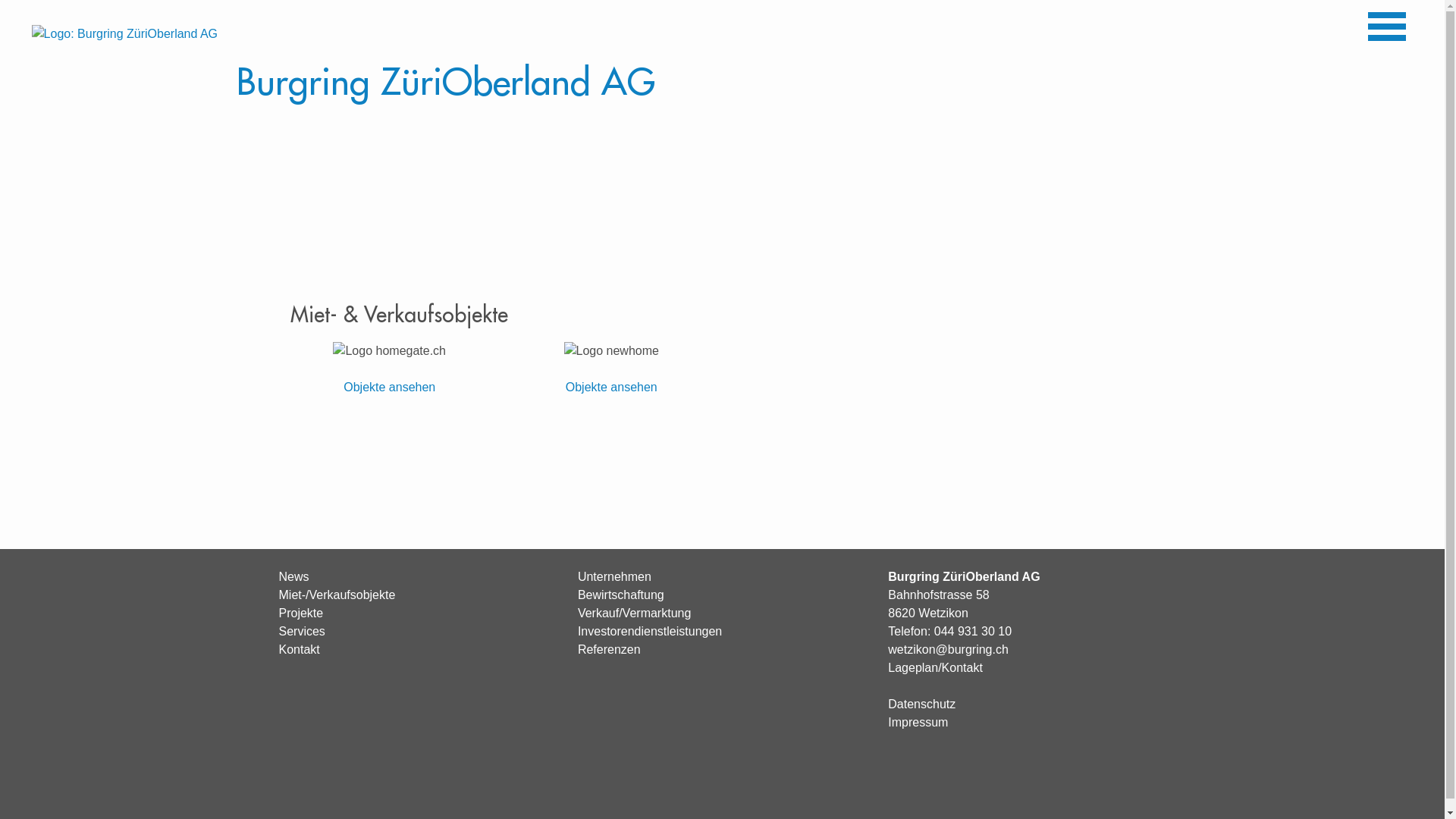 Image resolution: width=1456 pixels, height=819 pixels. Describe the element at coordinates (577, 594) in the screenshot. I see `'Bewirtschaftung'` at that location.